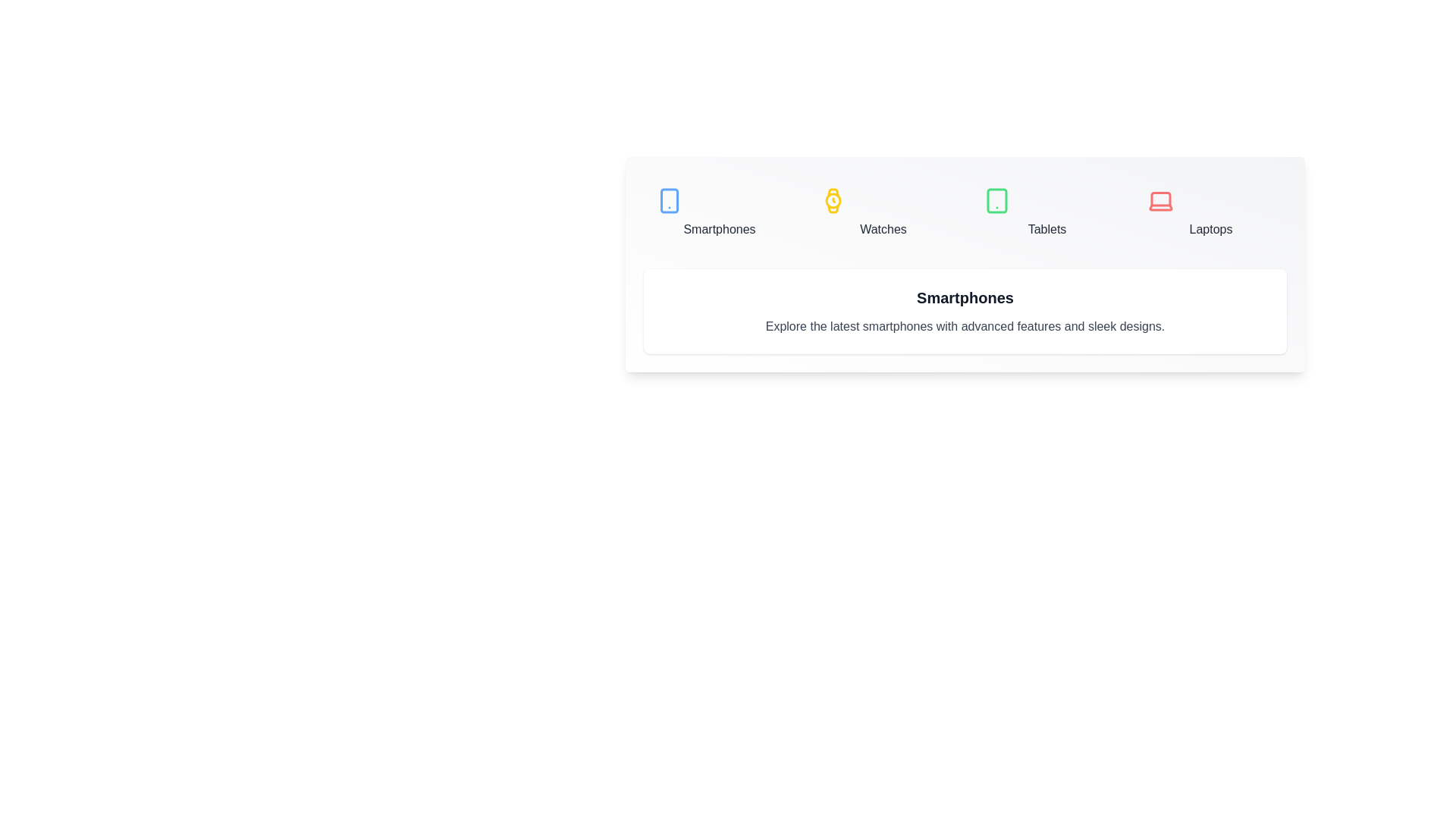  What do you see at coordinates (719, 213) in the screenshot?
I see `the Smartphones tab to view its details` at bounding box center [719, 213].